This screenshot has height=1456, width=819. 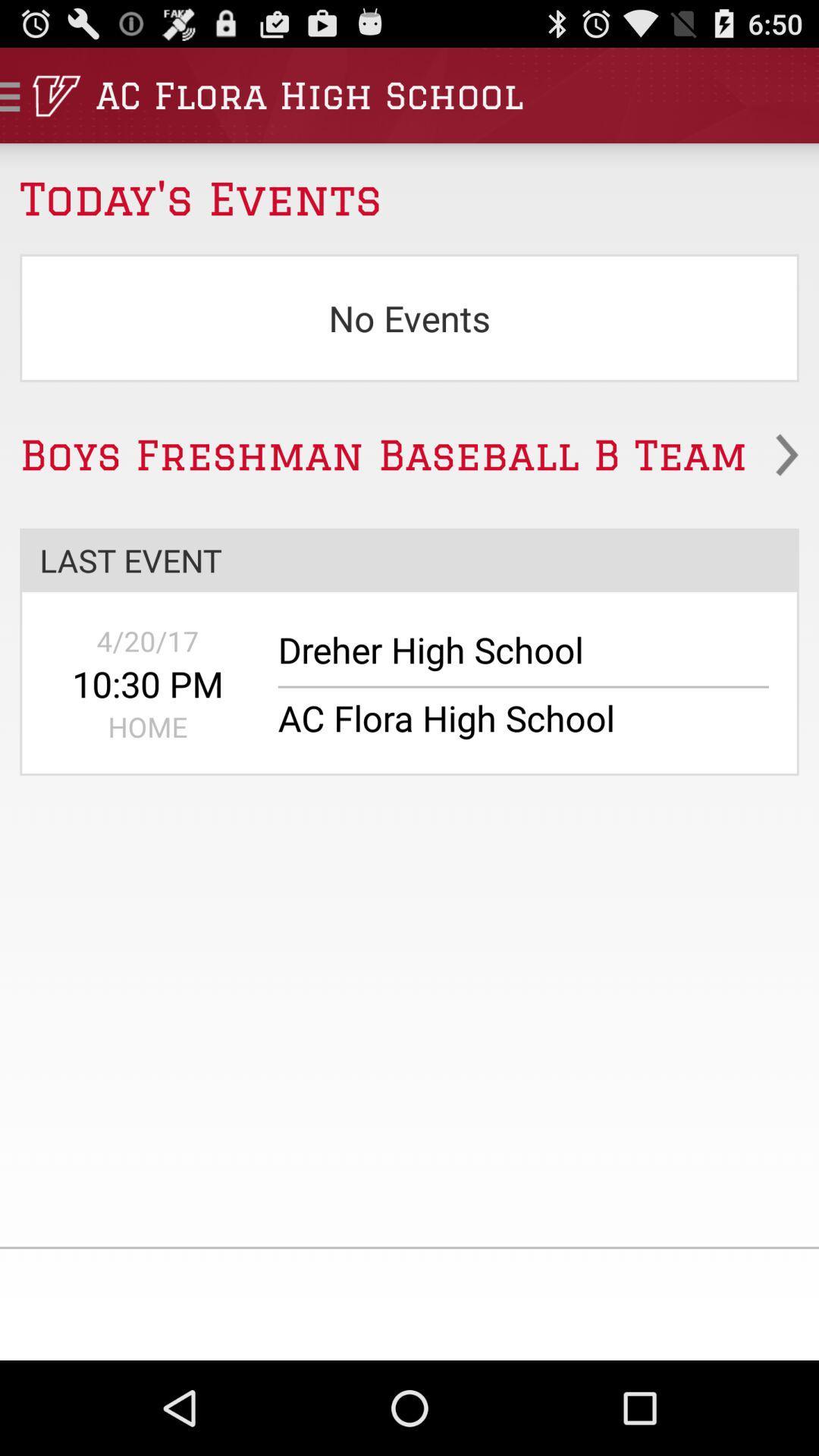 I want to click on the icon above the 10:30 pm app, so click(x=148, y=641).